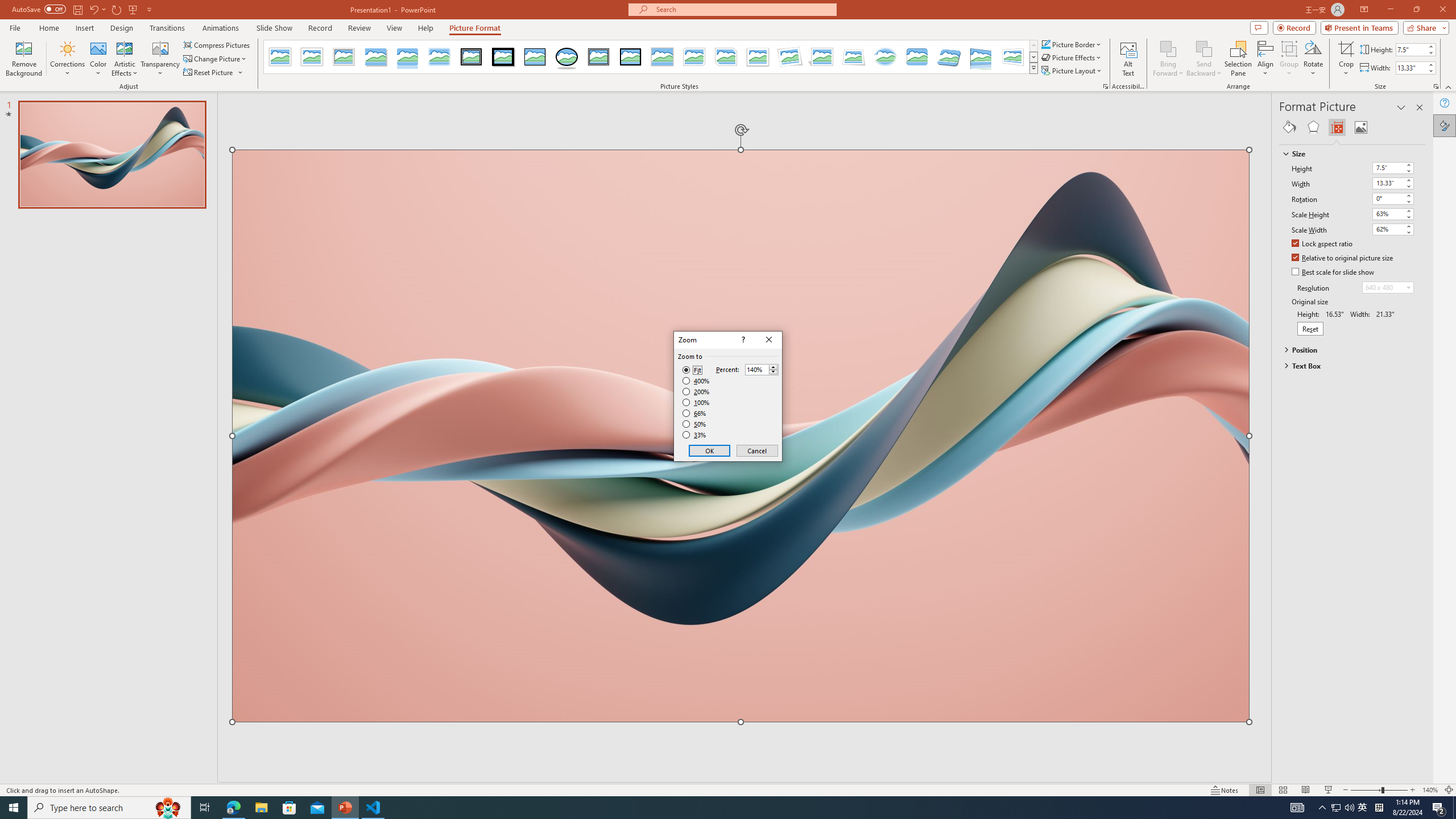 The width and height of the screenshot is (1456, 819). Describe the element at coordinates (566, 56) in the screenshot. I see `'Beveled Oval, Black'` at that location.